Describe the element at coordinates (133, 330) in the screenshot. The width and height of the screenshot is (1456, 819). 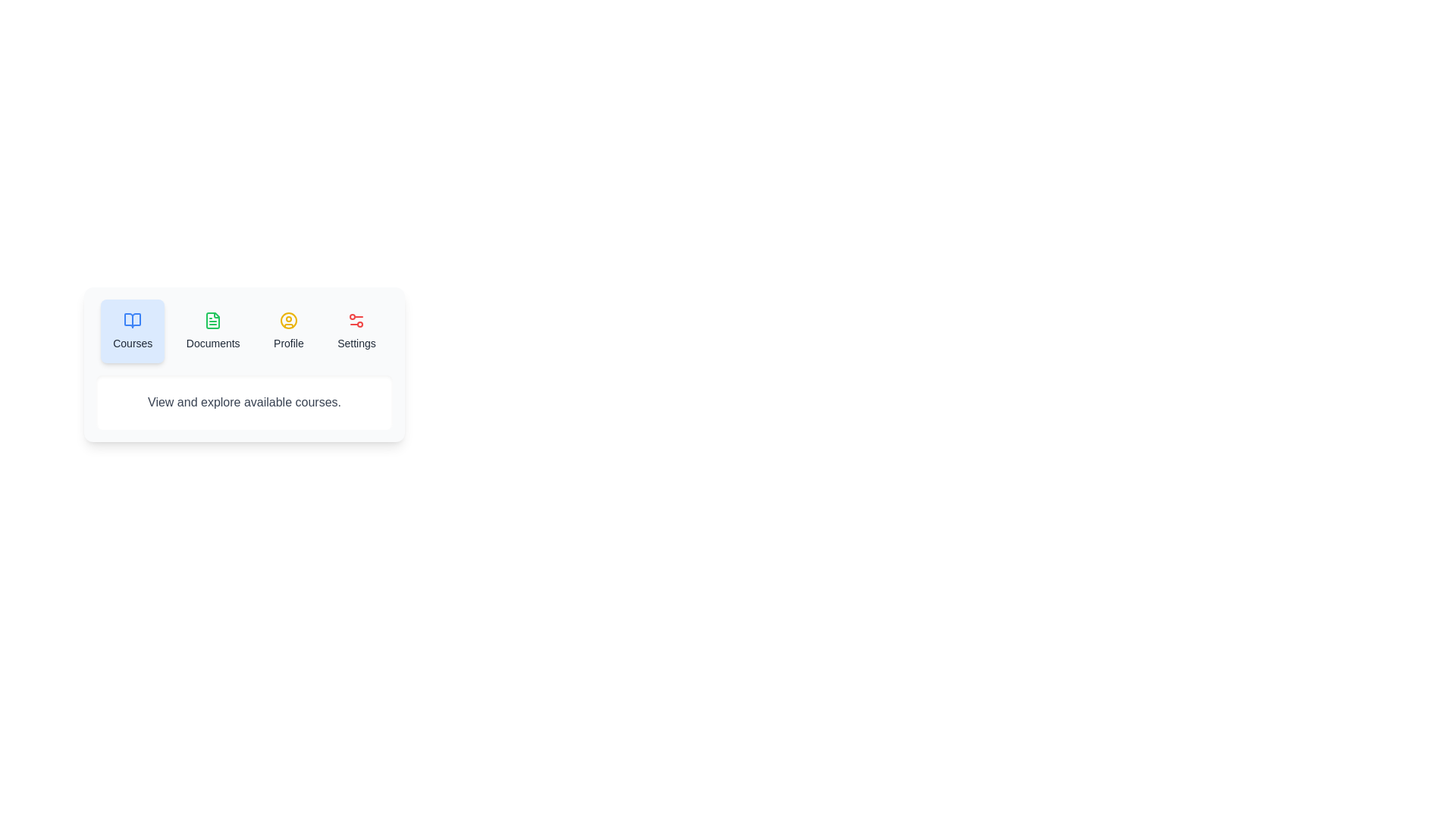
I see `the tab labeled Courses to display its content` at that location.